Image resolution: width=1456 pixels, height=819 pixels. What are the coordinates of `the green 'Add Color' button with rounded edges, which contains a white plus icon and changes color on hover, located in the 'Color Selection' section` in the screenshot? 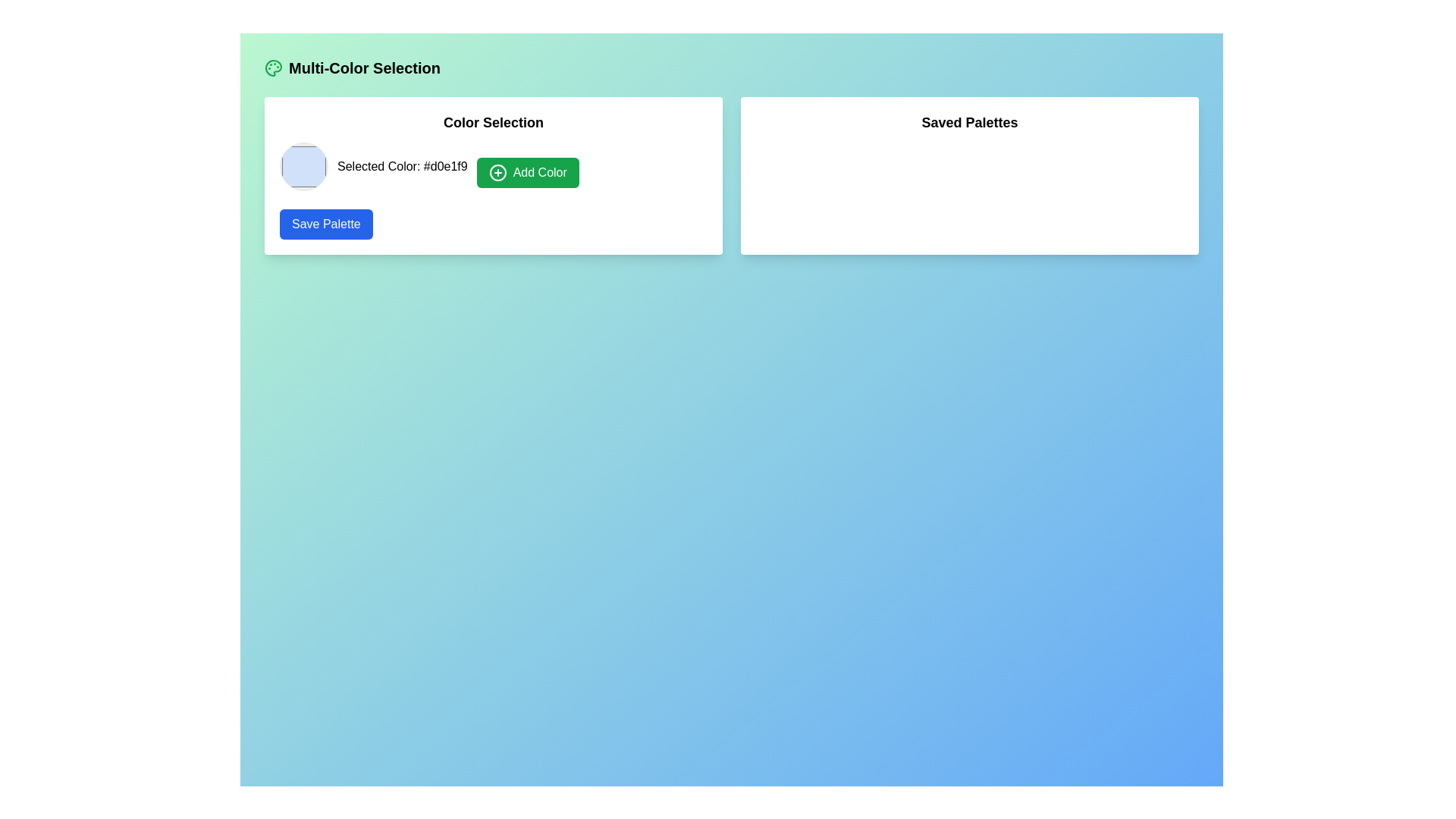 It's located at (528, 171).